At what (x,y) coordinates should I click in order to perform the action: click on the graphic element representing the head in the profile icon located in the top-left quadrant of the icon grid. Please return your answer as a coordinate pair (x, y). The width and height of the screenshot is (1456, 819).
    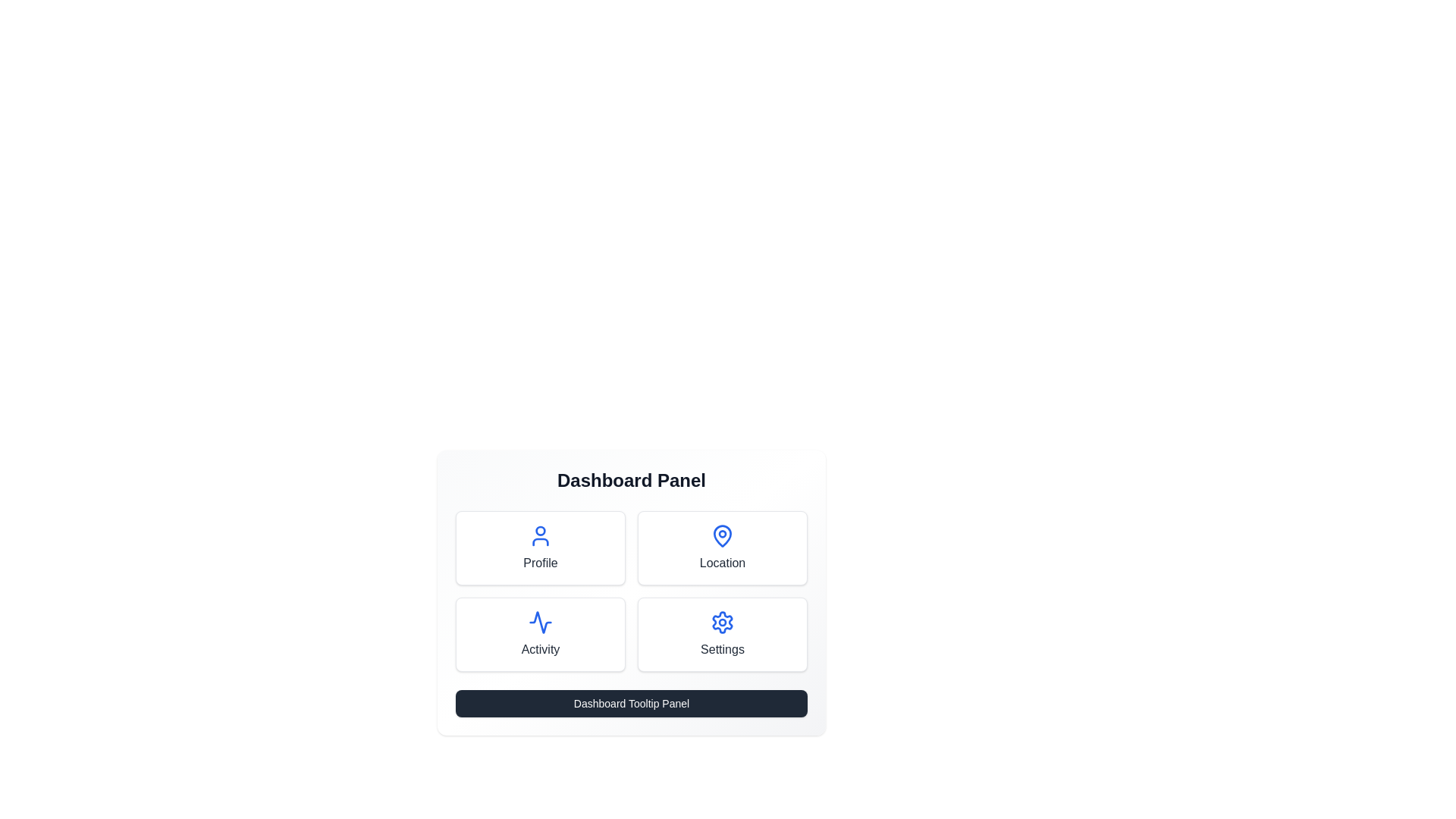
    Looking at the image, I should click on (541, 529).